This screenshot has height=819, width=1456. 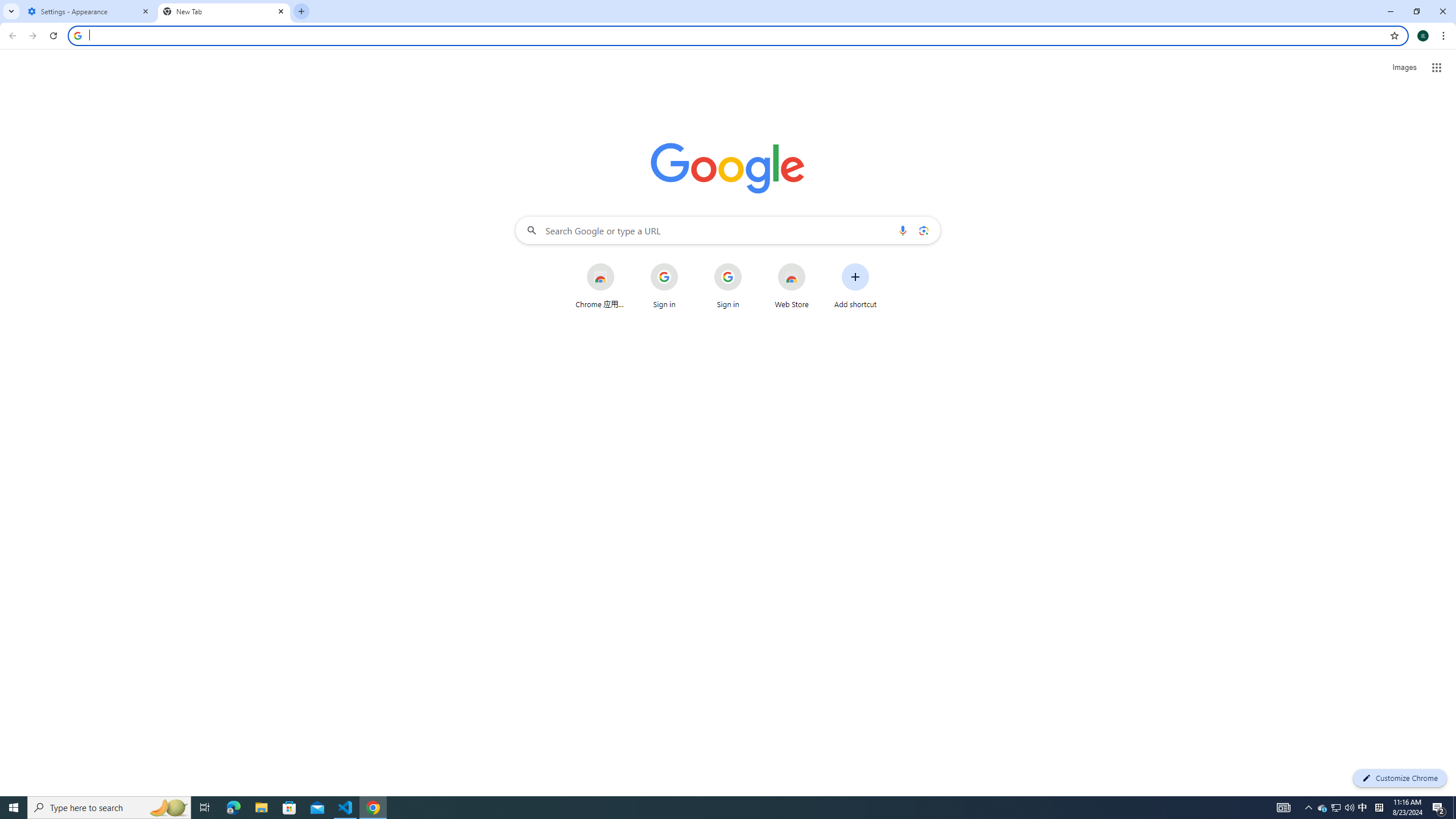 What do you see at coordinates (88, 11) in the screenshot?
I see `'Settings - Appearance'` at bounding box center [88, 11].